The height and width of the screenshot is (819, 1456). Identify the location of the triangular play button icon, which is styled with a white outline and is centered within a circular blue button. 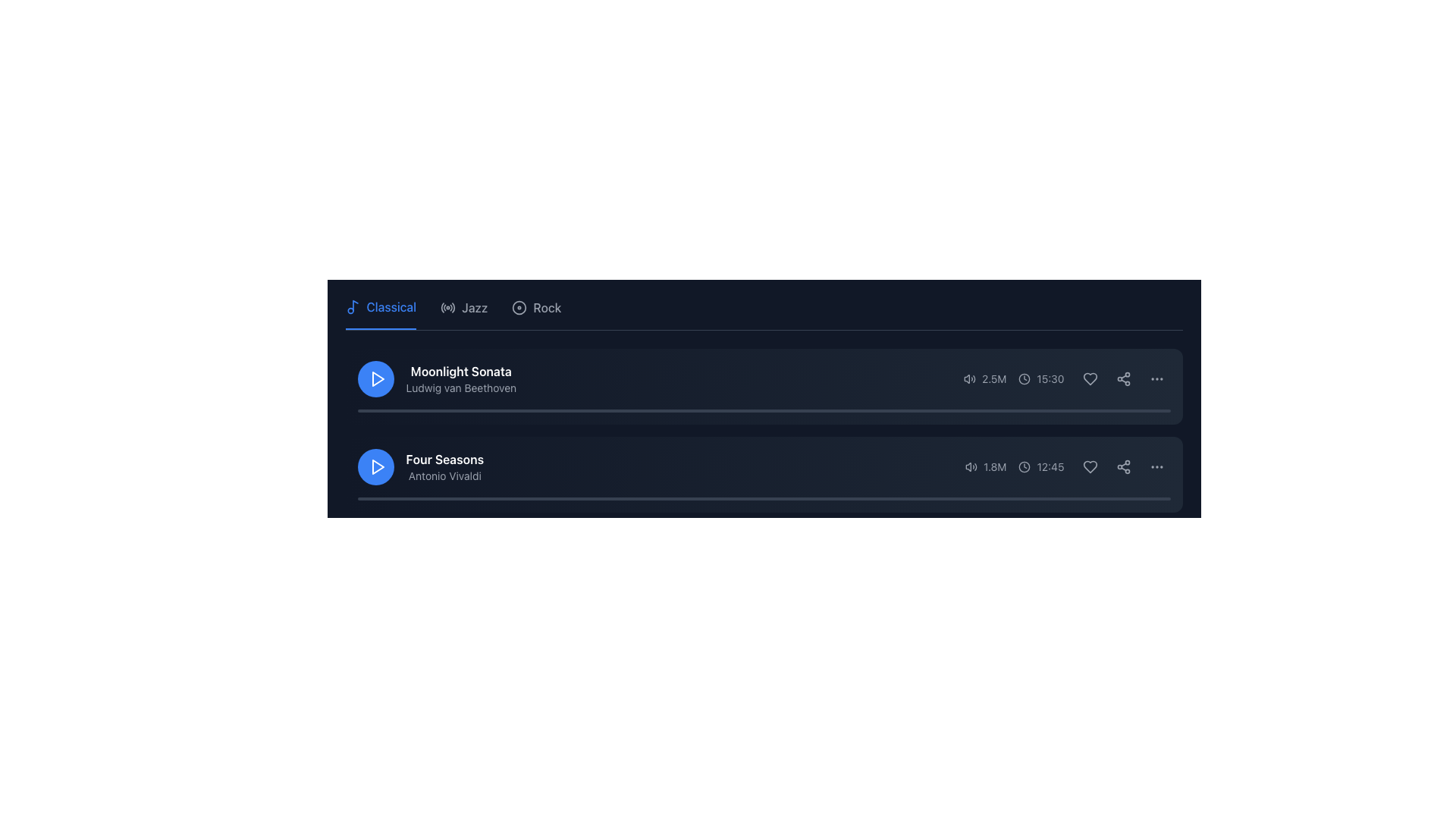
(377, 466).